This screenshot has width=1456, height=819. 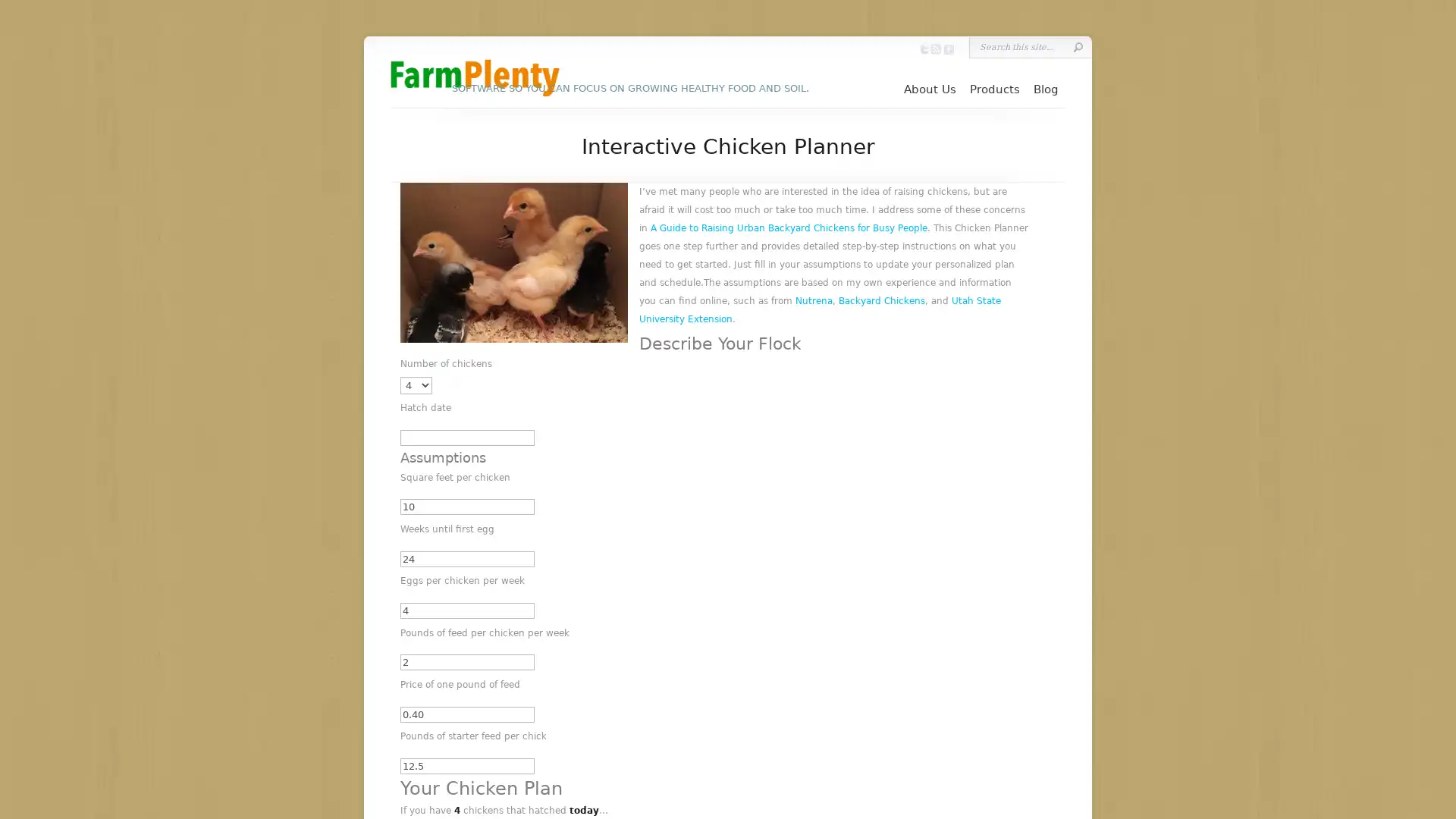 I want to click on Submit, so click(x=1077, y=46).